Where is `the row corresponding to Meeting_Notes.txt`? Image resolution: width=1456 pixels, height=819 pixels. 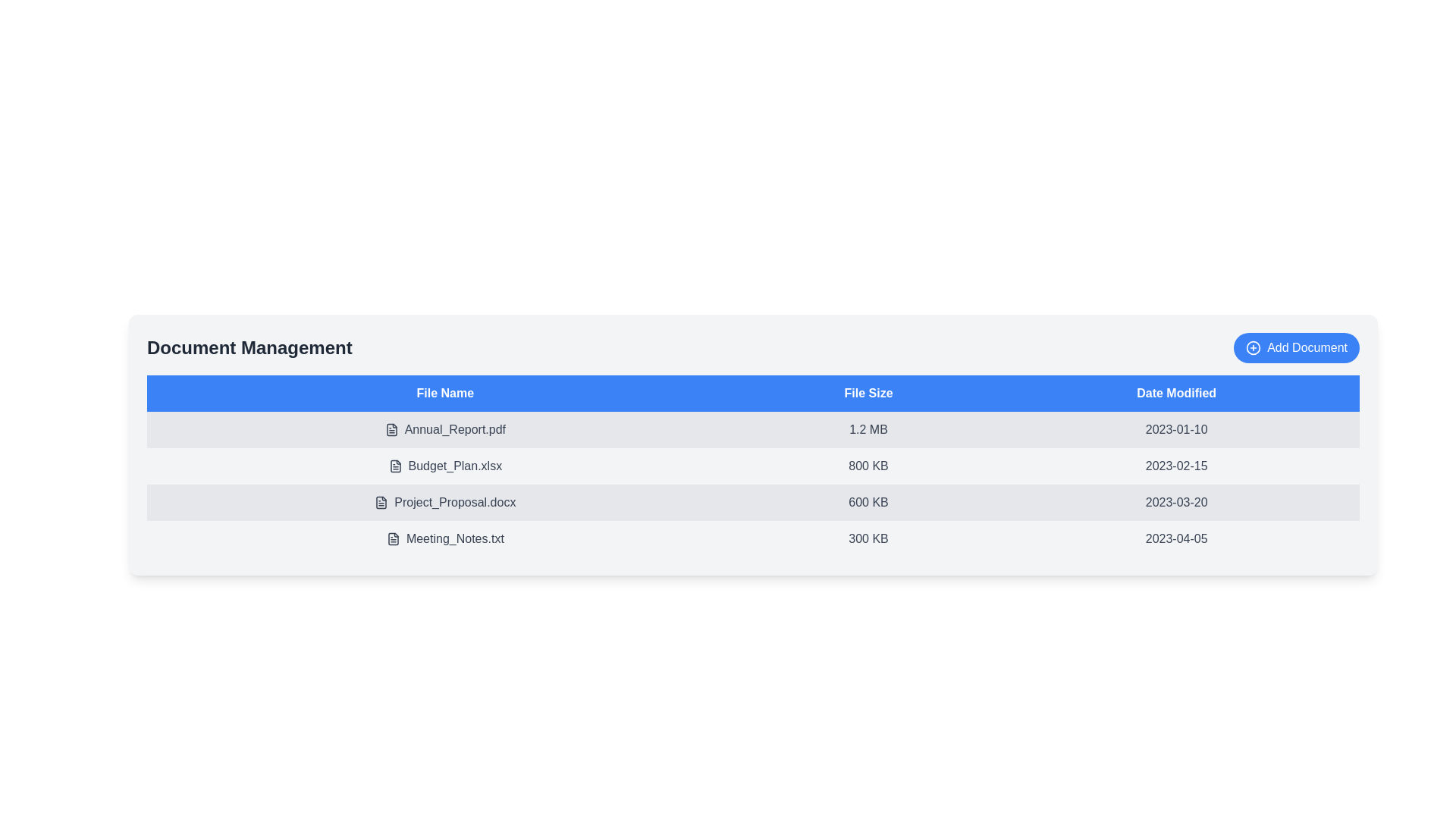
the row corresponding to Meeting_Notes.txt is located at coordinates (444, 538).